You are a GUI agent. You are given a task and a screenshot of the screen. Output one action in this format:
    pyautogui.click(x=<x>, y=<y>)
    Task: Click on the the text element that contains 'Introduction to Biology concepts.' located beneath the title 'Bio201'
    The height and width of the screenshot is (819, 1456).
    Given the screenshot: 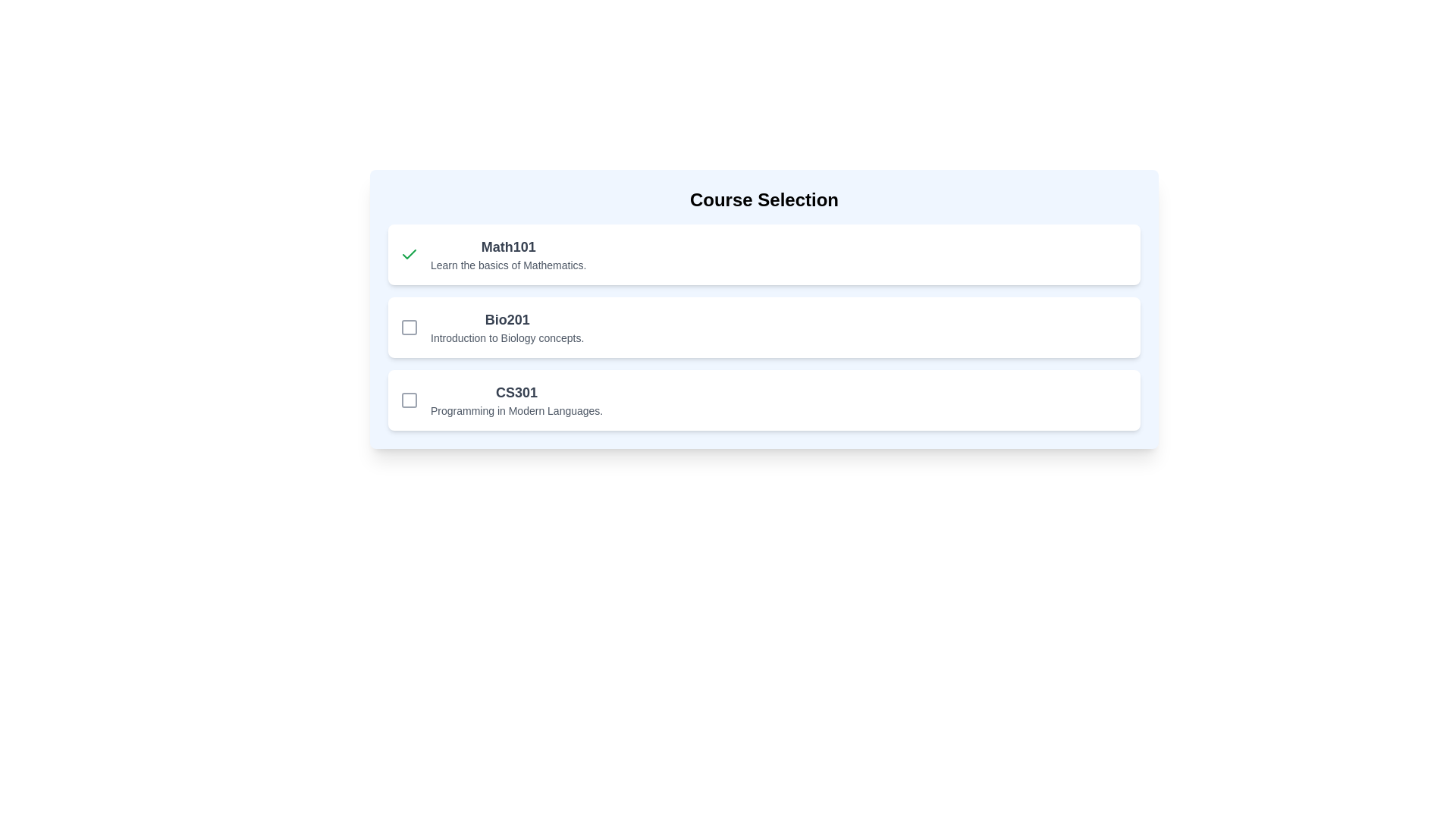 What is the action you would take?
    pyautogui.click(x=507, y=337)
    